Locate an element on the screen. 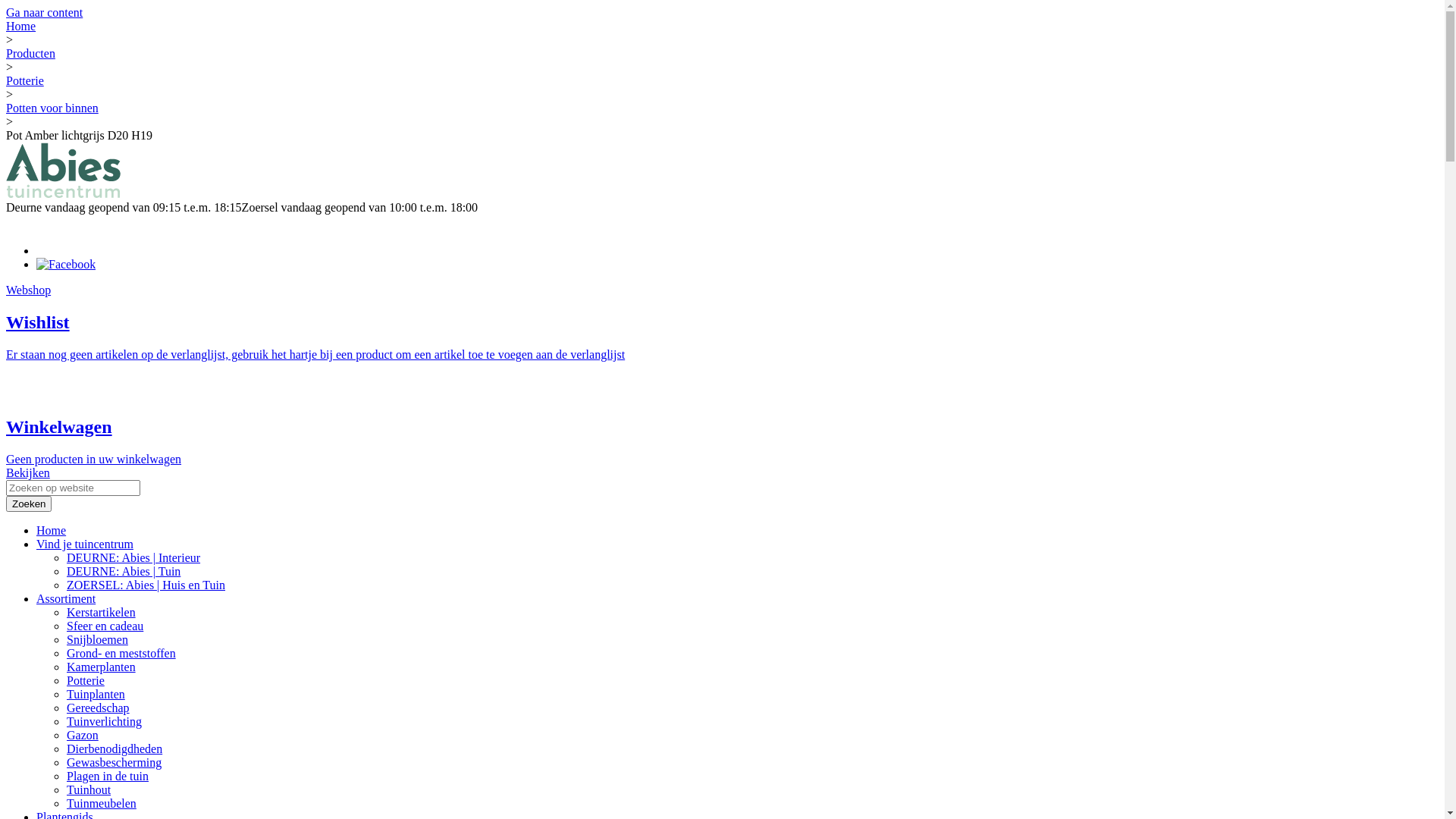 Image resolution: width=1456 pixels, height=819 pixels. 'Webshop' is located at coordinates (6, 290).